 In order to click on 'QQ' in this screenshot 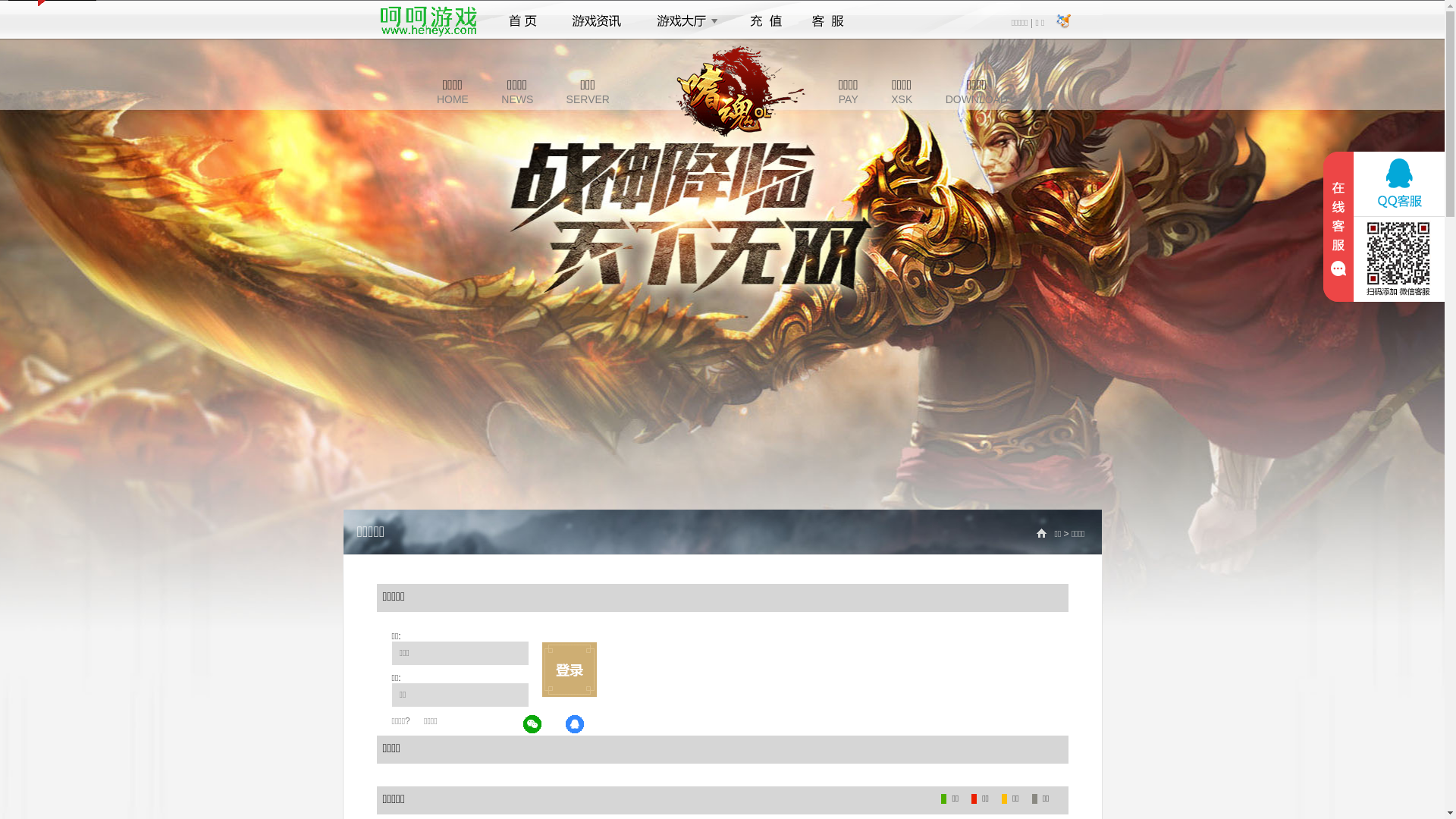, I will do `click(574, 724)`.